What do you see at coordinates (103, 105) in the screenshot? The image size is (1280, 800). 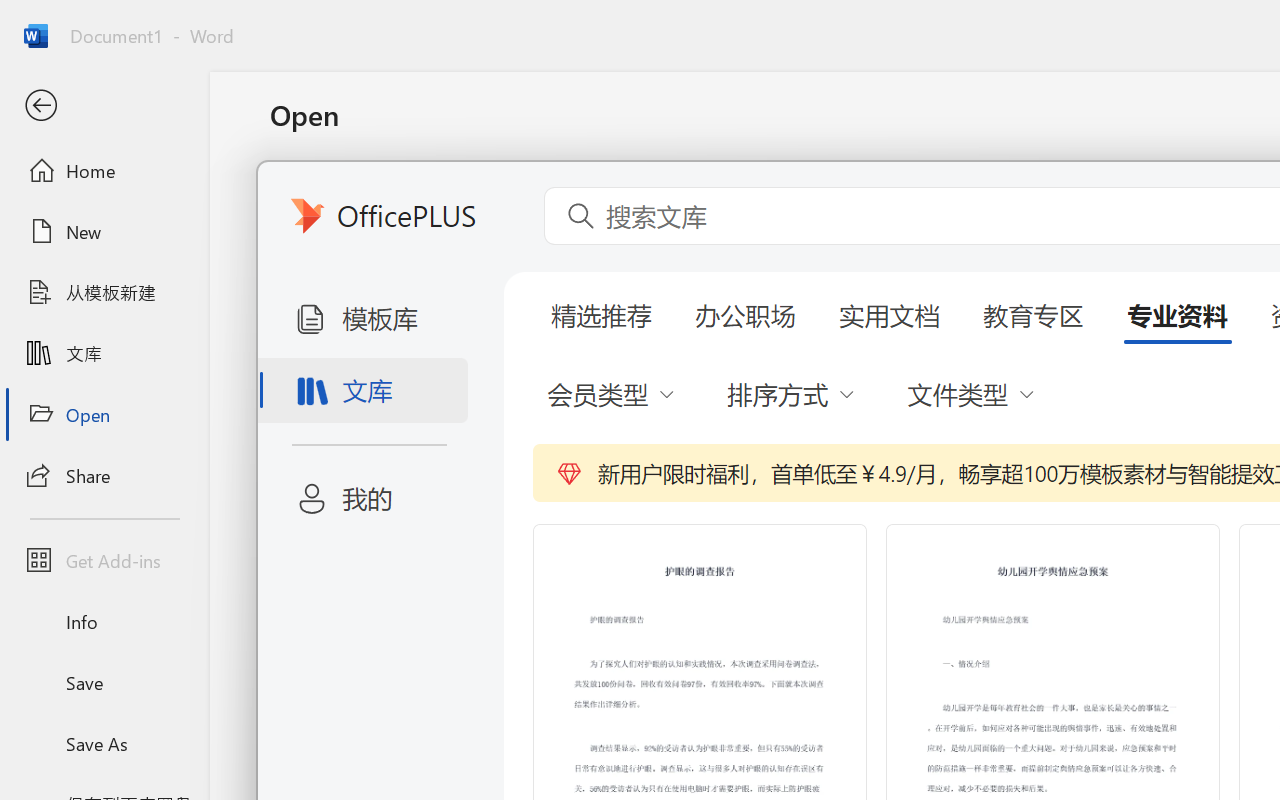 I see `'Back'` at bounding box center [103, 105].